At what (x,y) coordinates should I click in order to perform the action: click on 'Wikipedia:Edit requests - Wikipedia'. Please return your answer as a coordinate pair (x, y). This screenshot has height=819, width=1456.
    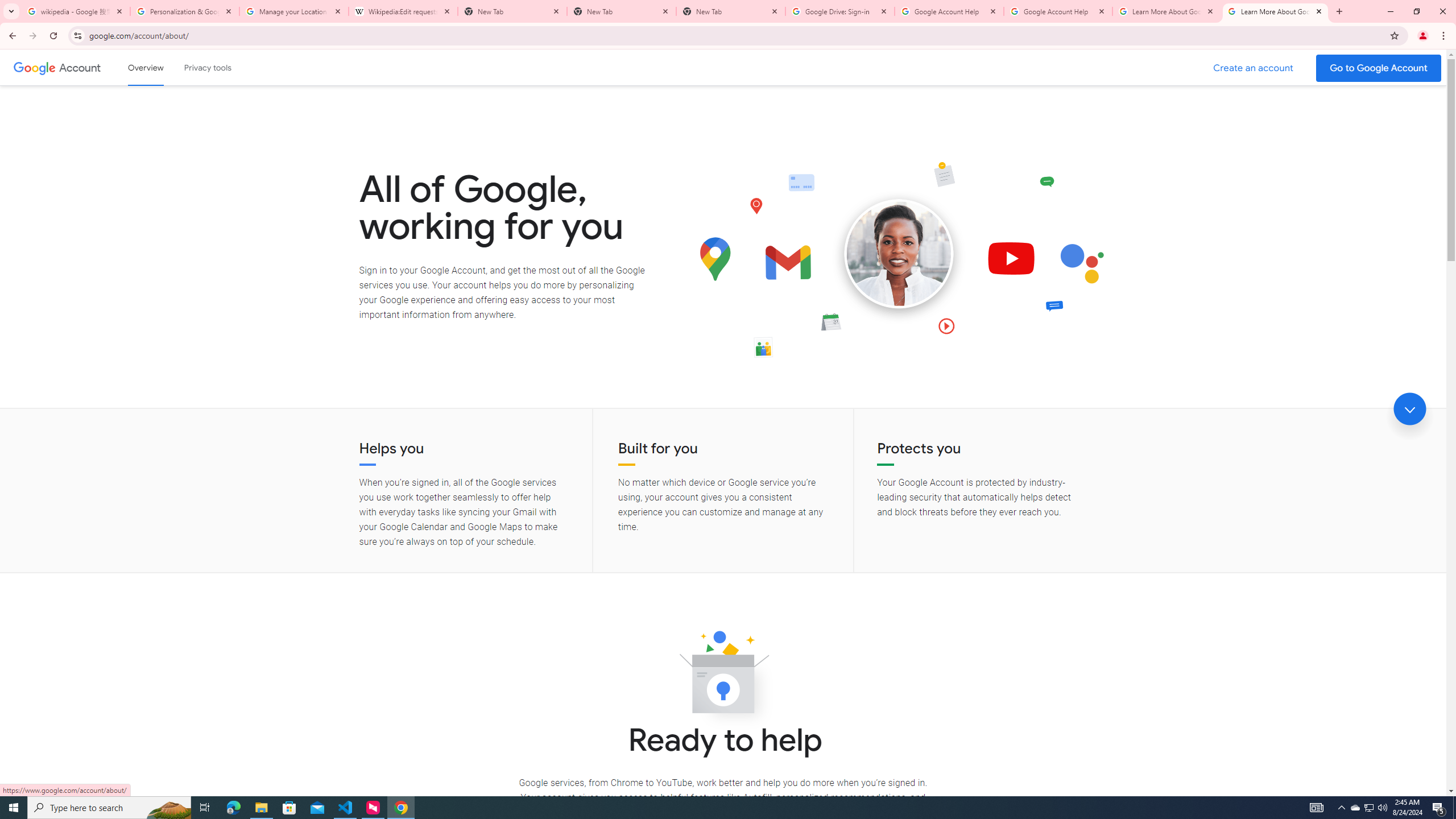
    Looking at the image, I should click on (403, 11).